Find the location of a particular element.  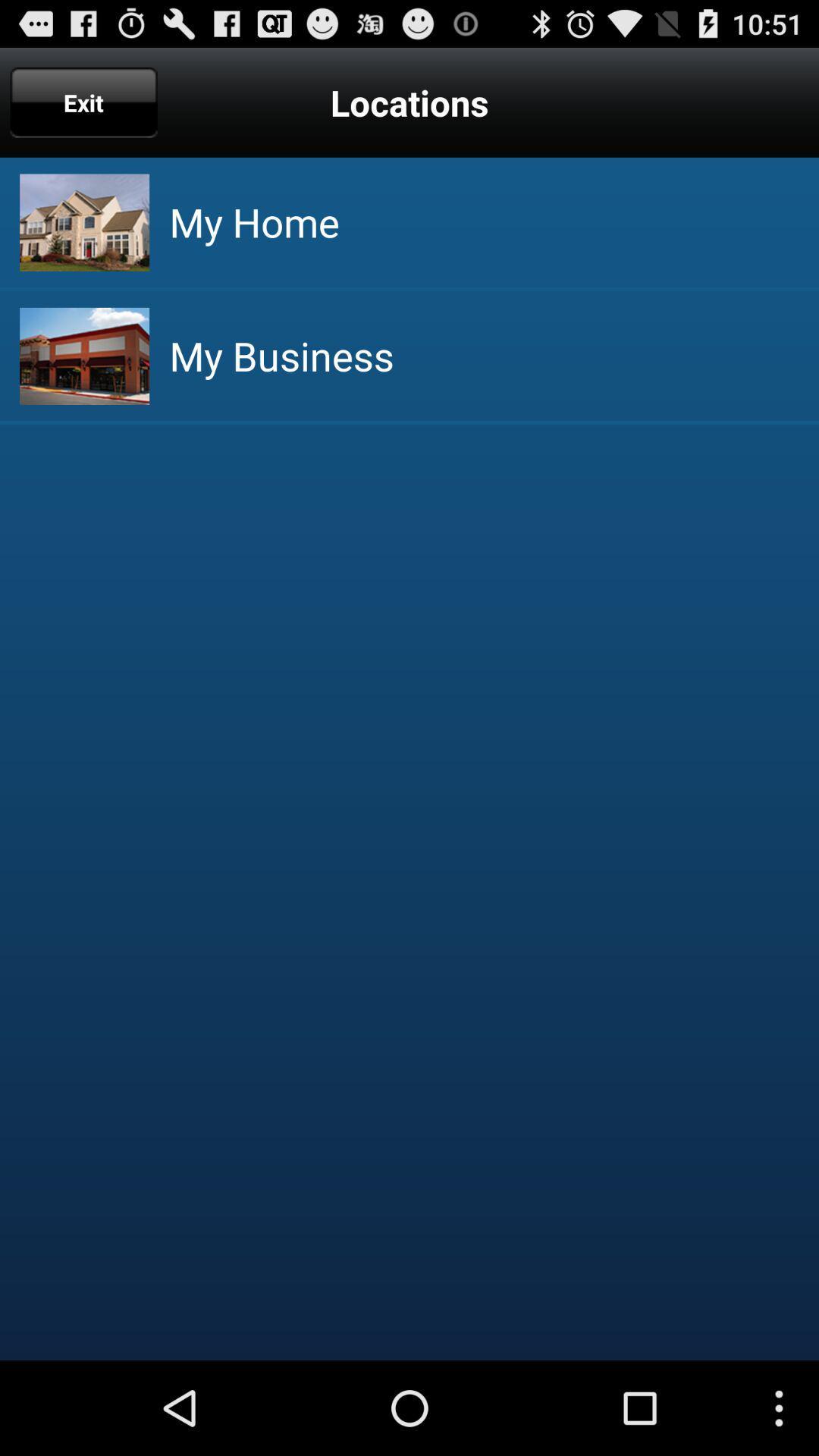

icon below my home is located at coordinates (281, 355).